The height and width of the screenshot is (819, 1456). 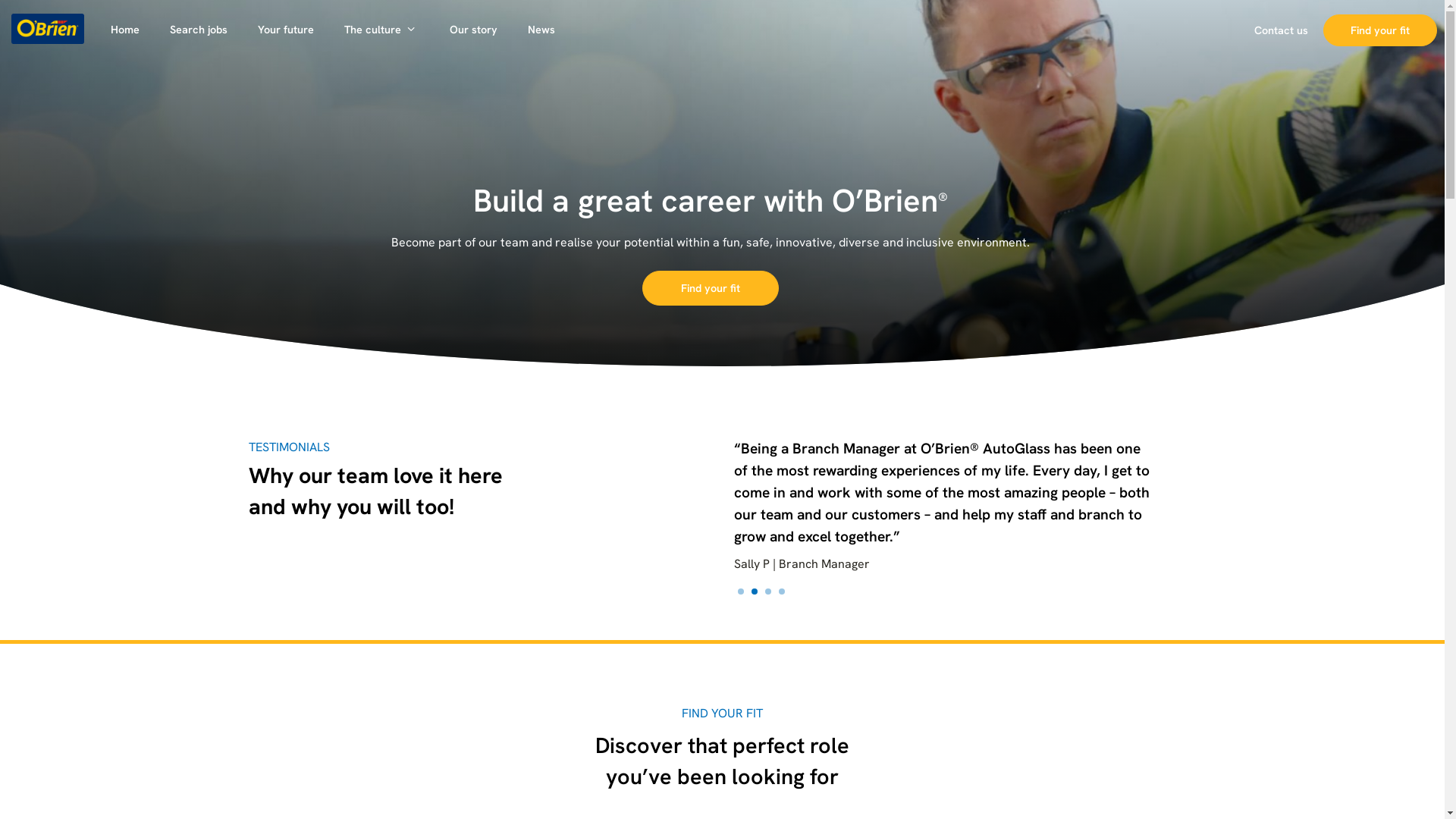 I want to click on 'News', so click(x=541, y=30).